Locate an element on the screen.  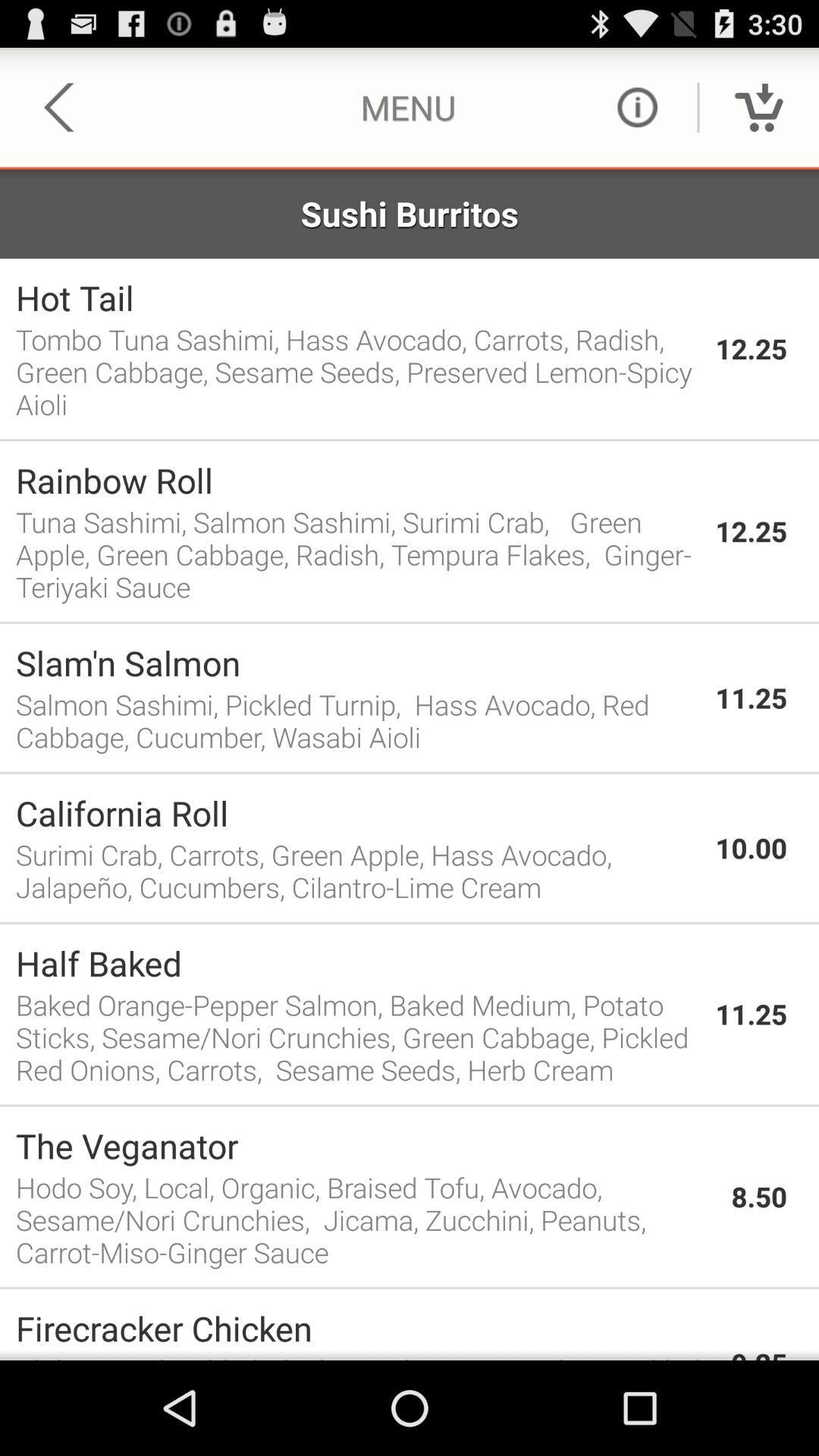
item below tuna sashimi salmon item is located at coordinates (409, 623).